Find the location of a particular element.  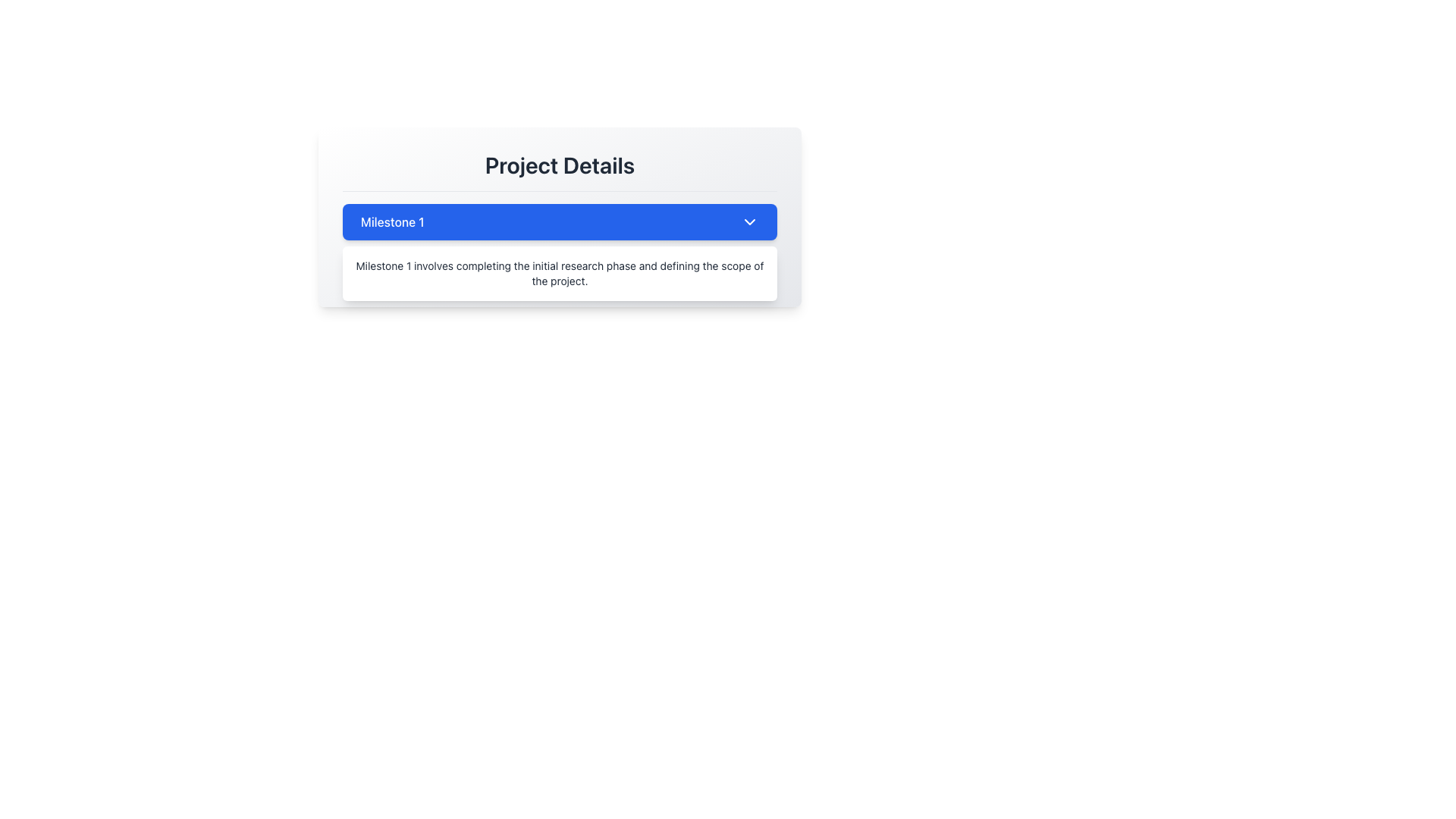

the Collapsible Section Header titled 'Milestone 1' is located at coordinates (559, 237).